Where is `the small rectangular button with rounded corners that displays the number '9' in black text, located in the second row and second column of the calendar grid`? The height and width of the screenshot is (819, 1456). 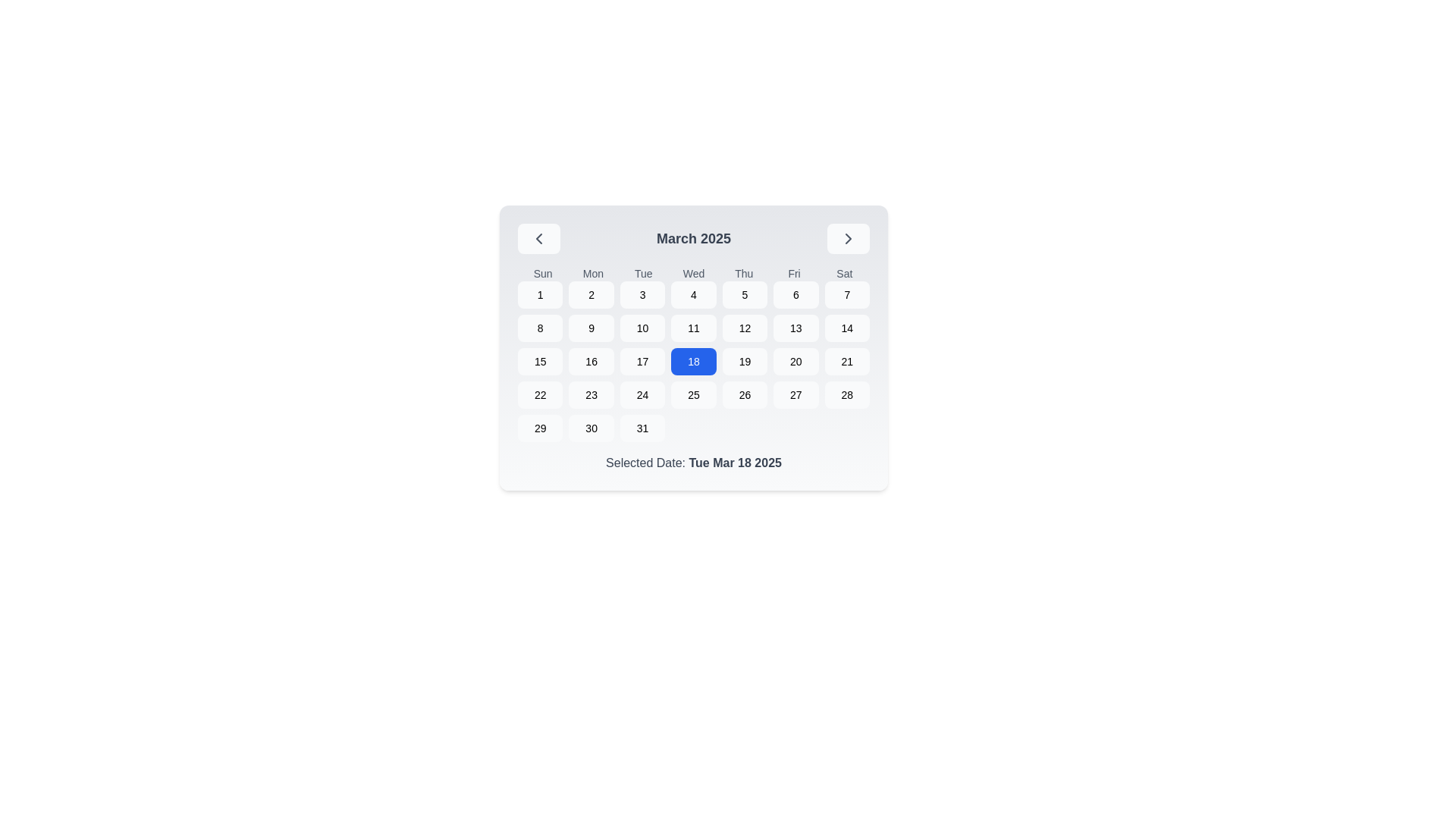
the small rectangular button with rounded corners that displays the number '9' in black text, located in the second row and second column of the calendar grid is located at coordinates (591, 327).